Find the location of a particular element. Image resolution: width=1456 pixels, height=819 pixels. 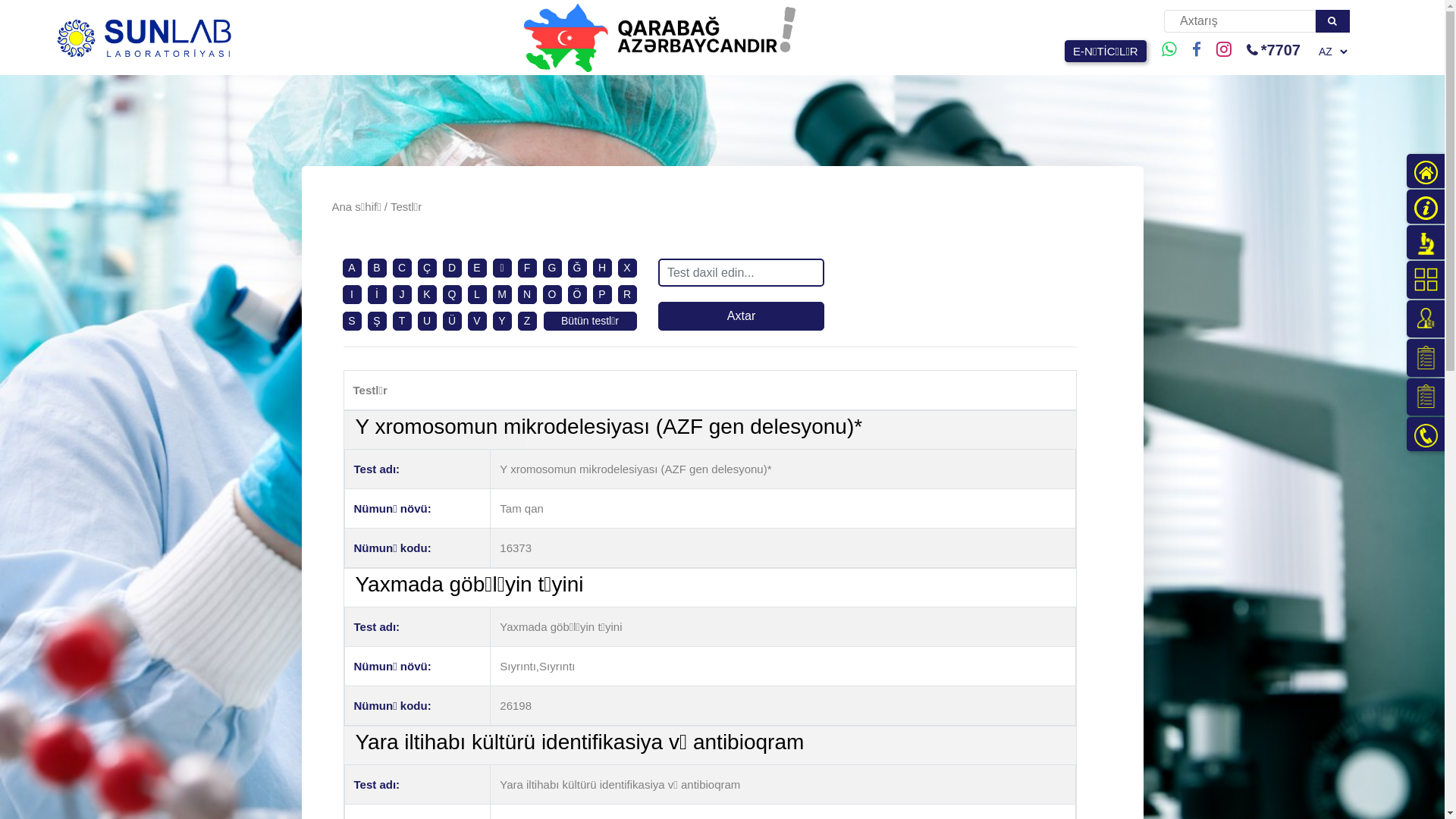

'A' is located at coordinates (347, 267).